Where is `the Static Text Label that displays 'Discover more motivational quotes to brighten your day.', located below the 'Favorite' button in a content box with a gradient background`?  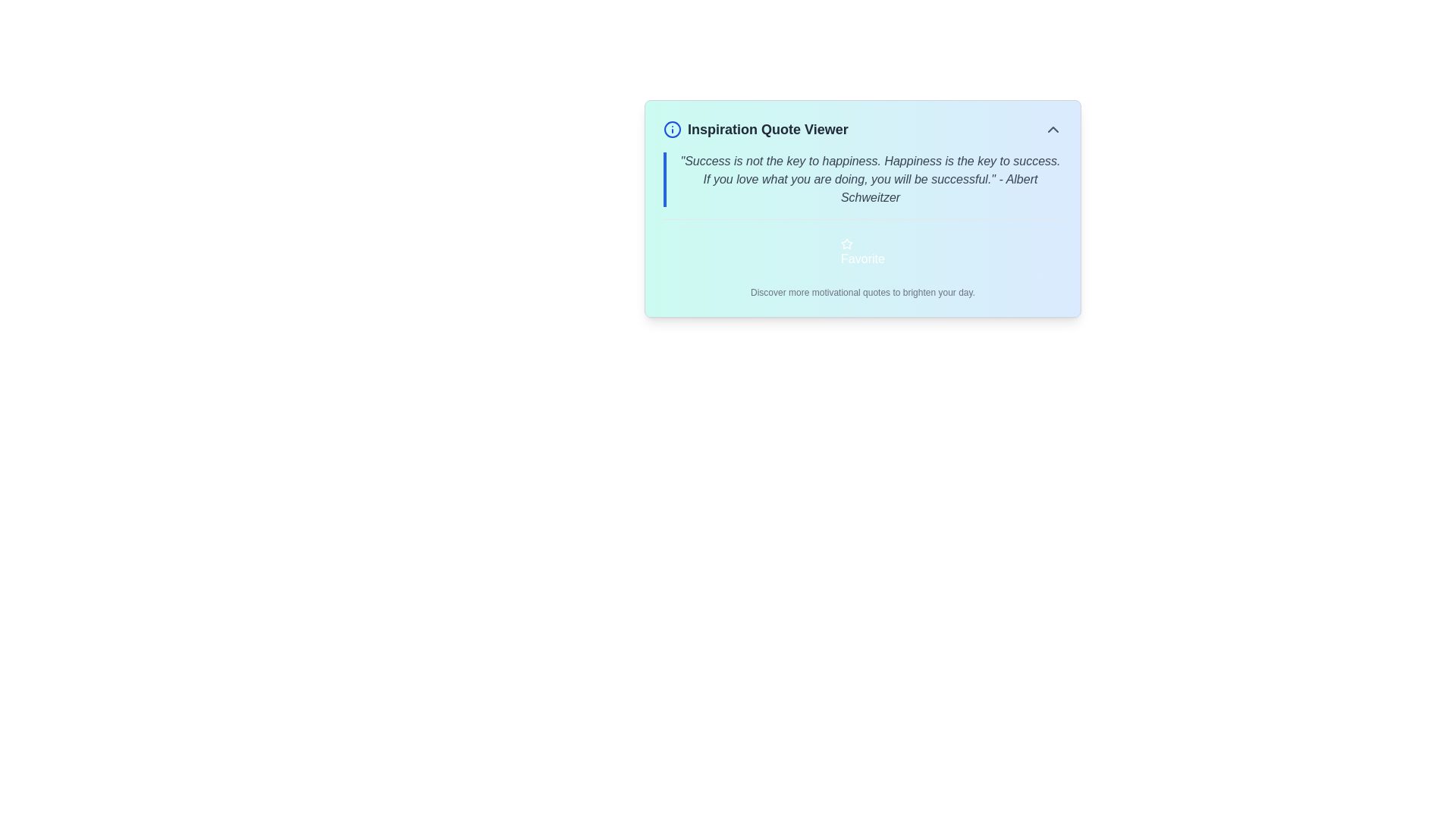 the Static Text Label that displays 'Discover more motivational quotes to brighten your day.', located below the 'Favorite' button in a content box with a gradient background is located at coordinates (862, 292).